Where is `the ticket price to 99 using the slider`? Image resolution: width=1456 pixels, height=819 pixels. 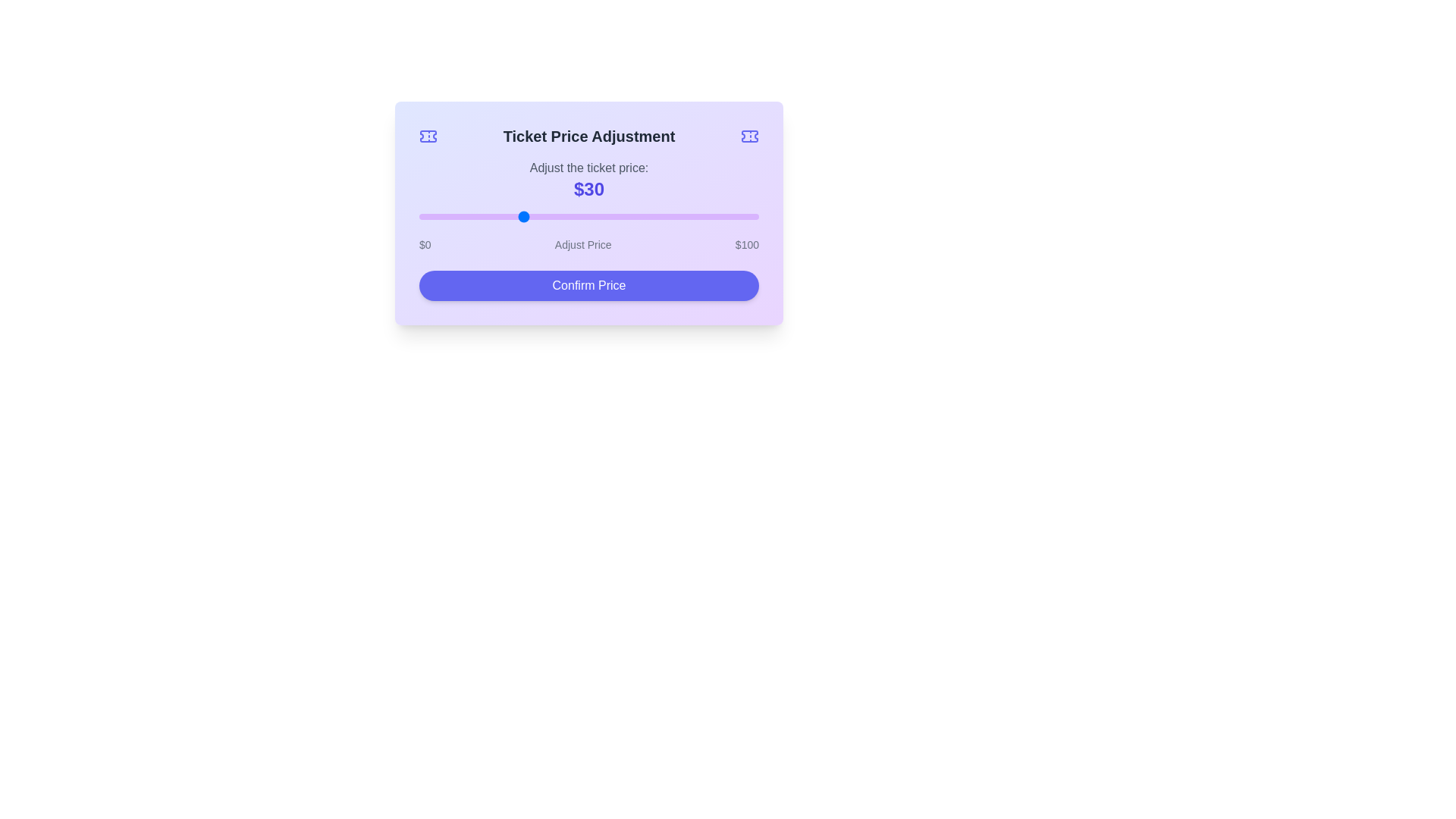
the ticket price to 99 using the slider is located at coordinates (755, 216).